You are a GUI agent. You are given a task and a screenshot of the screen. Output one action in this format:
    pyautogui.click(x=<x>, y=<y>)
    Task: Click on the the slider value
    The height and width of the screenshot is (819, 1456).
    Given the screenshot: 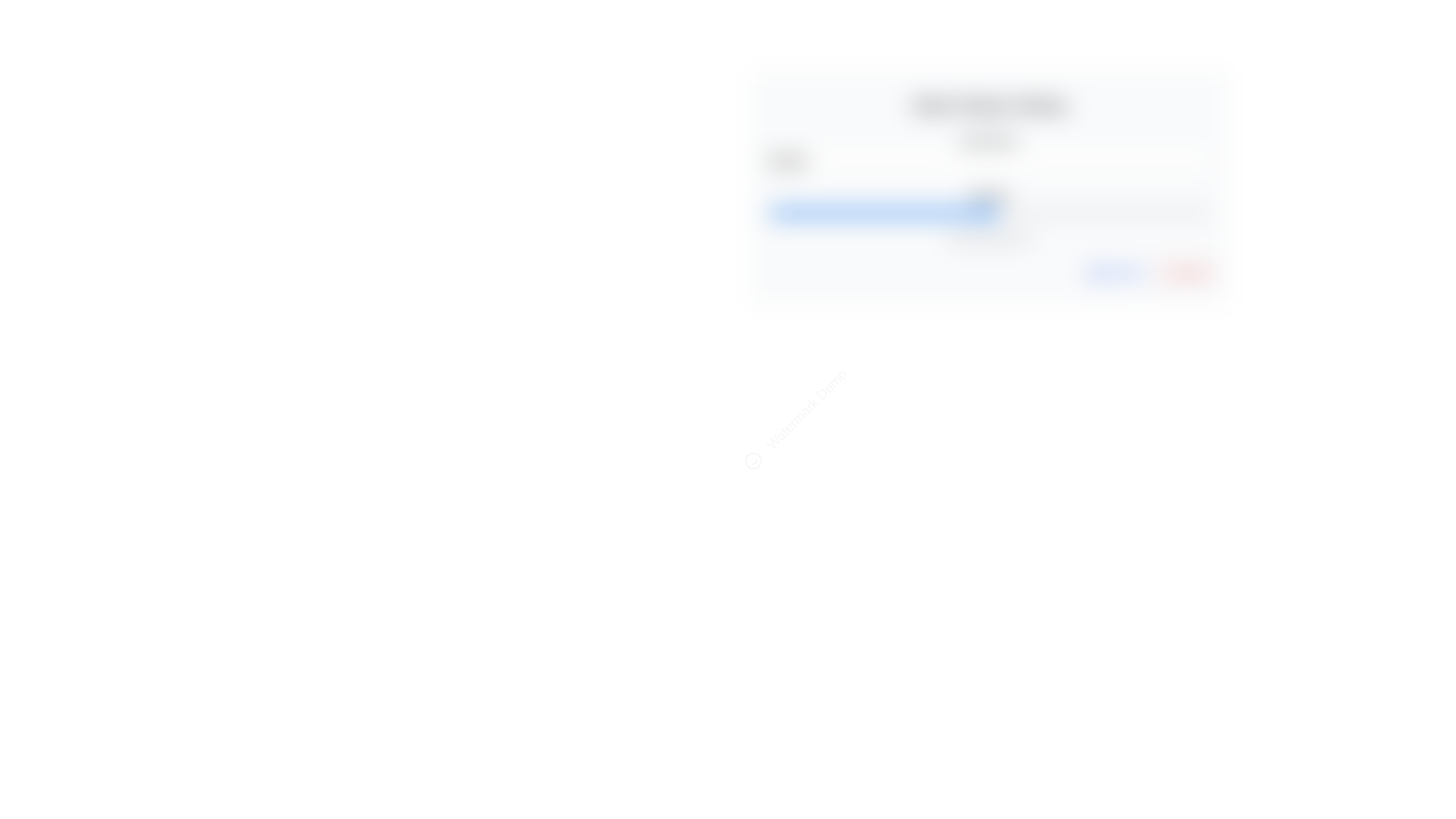 What is the action you would take?
    pyautogui.click(x=971, y=213)
    